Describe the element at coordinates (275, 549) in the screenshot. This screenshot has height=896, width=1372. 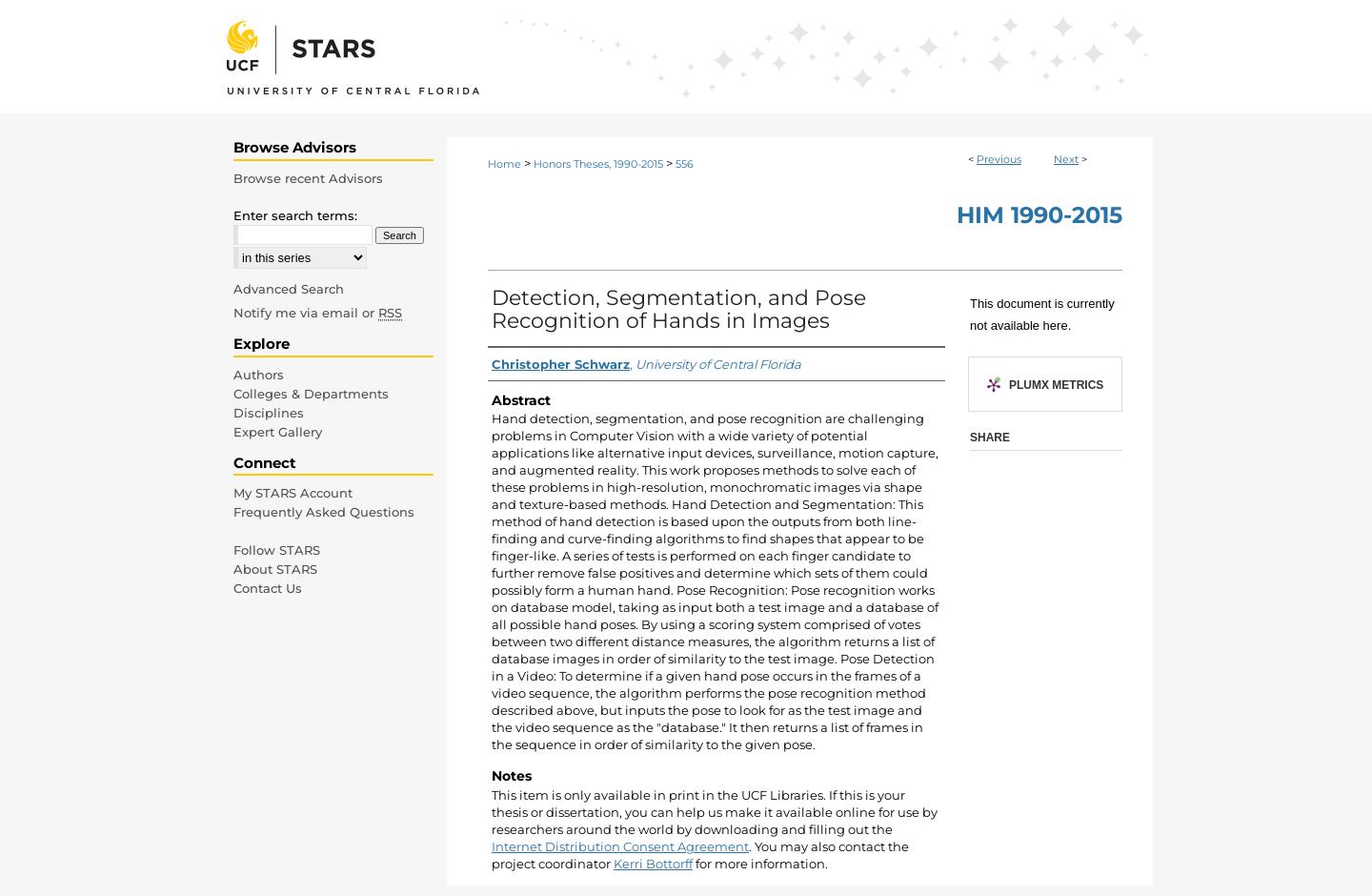
I see `'Follow STARS'` at that location.